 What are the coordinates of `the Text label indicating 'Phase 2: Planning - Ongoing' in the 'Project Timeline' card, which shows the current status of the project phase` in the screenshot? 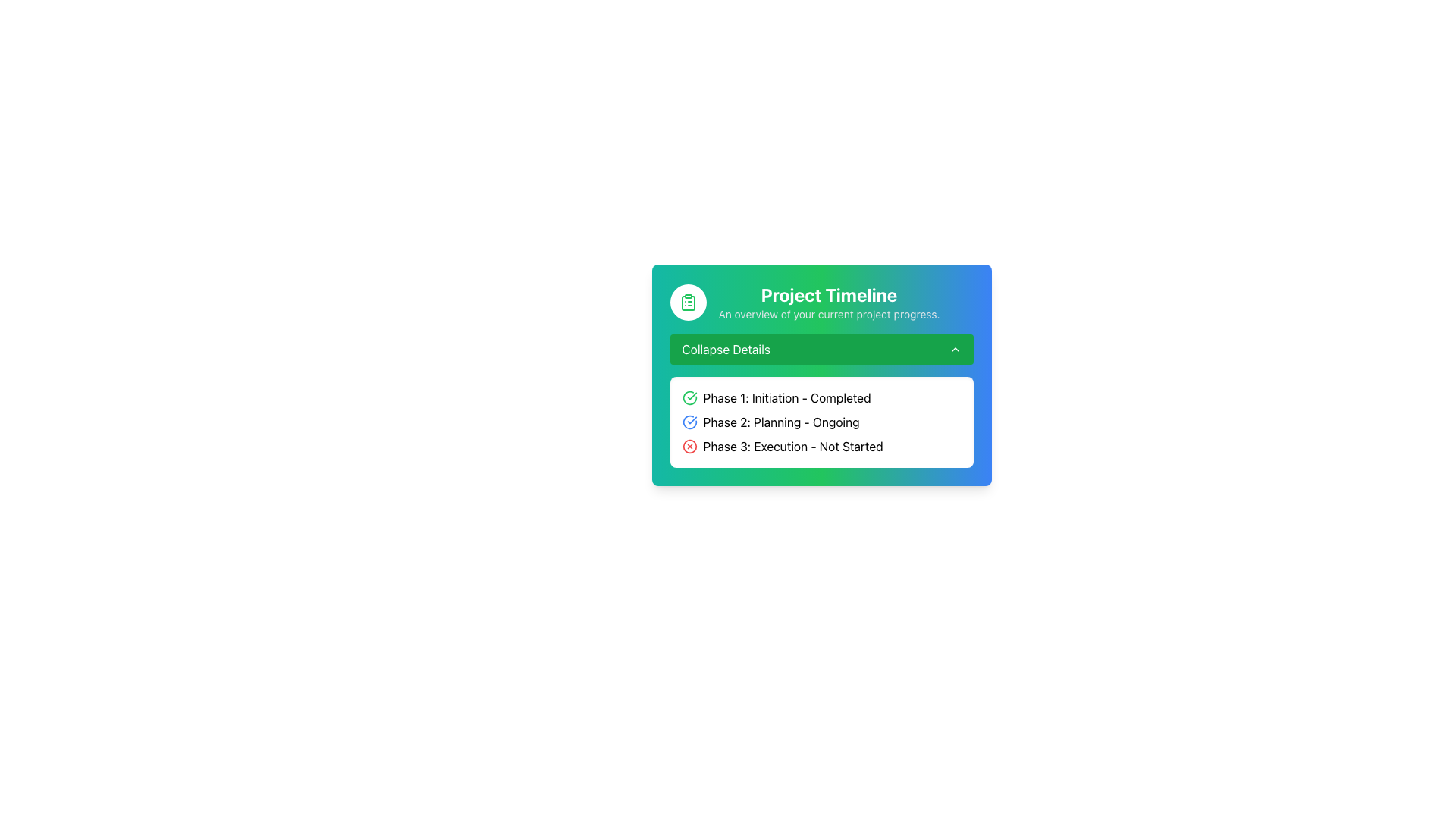 It's located at (781, 422).